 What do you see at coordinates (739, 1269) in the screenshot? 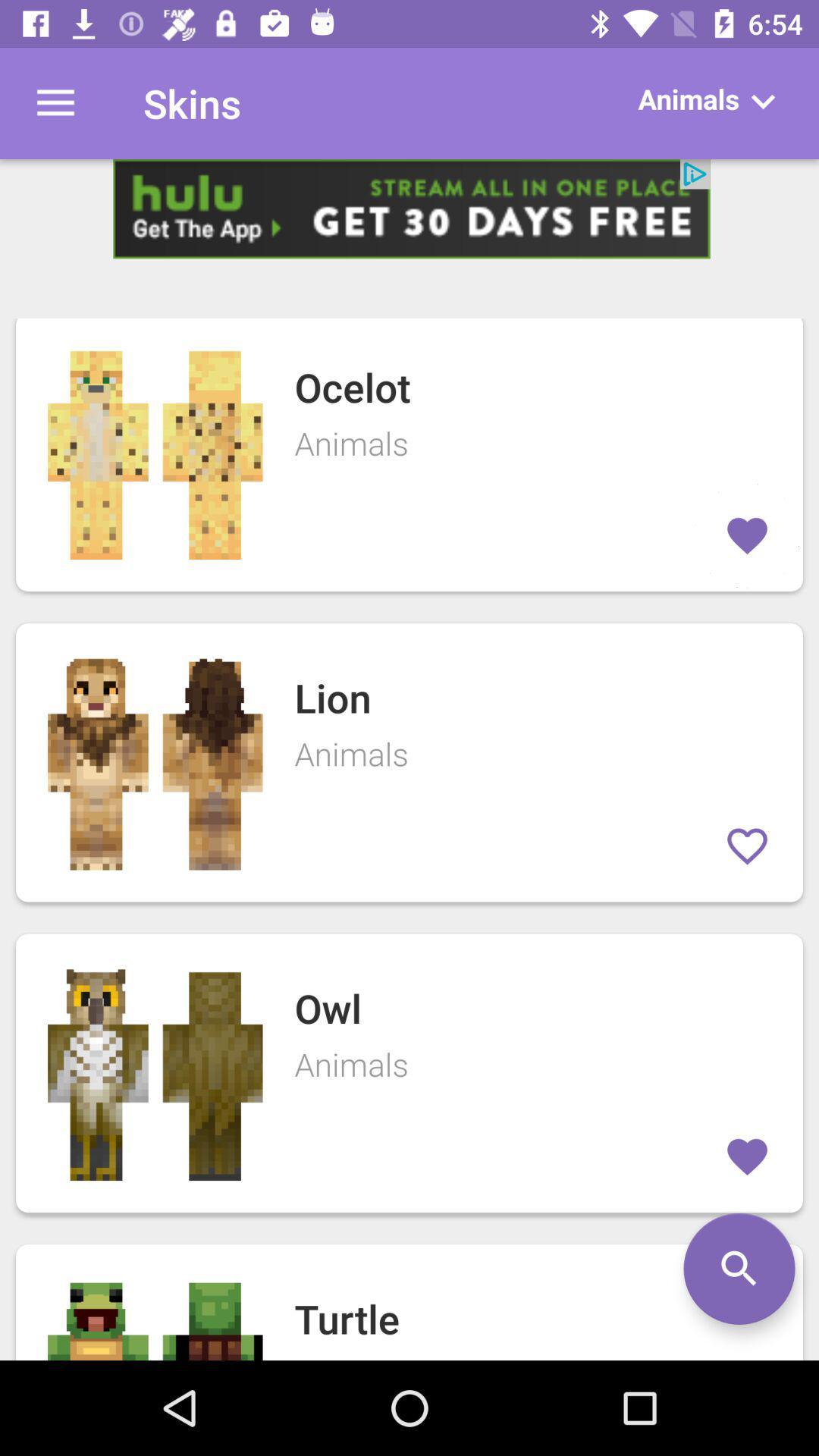
I see `the search icon` at bounding box center [739, 1269].